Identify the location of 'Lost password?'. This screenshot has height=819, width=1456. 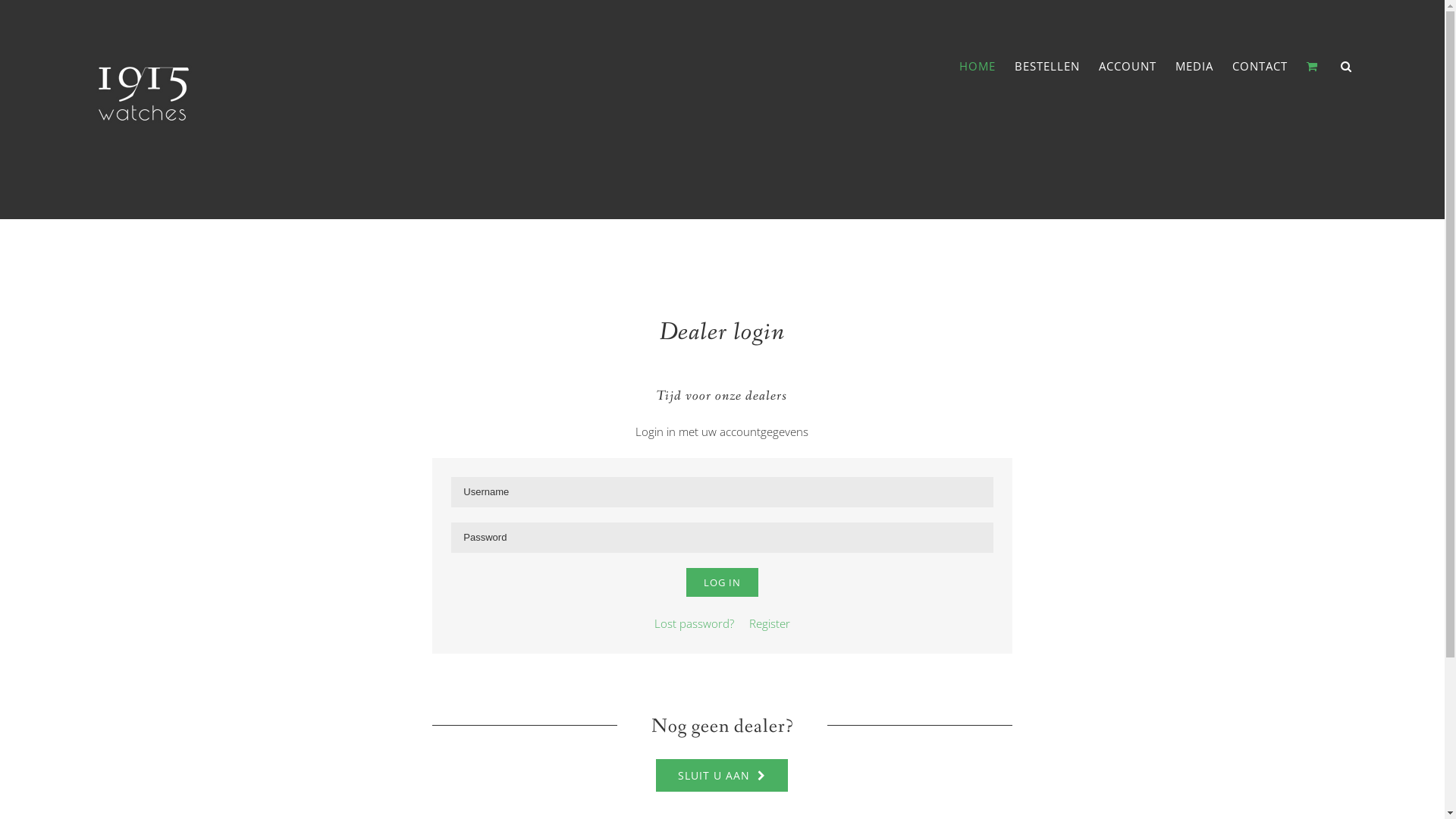
(693, 623).